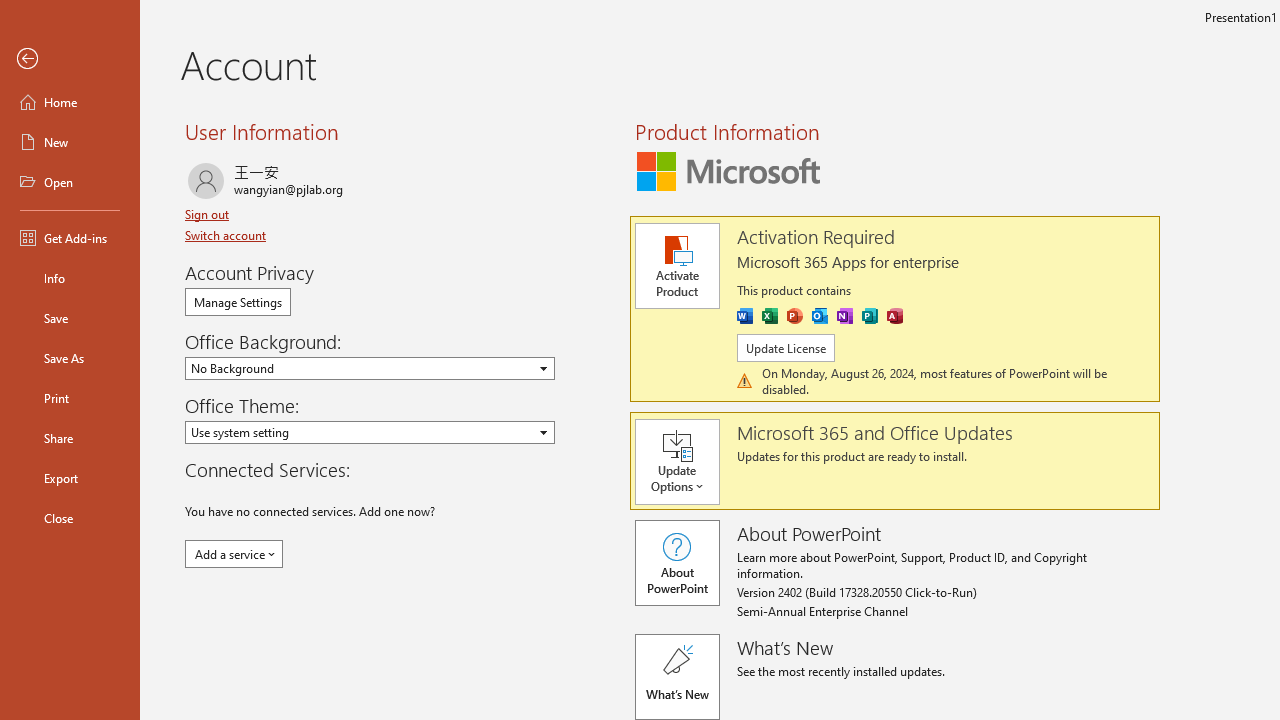 Image resolution: width=1280 pixels, height=720 pixels. What do you see at coordinates (677, 265) in the screenshot?
I see `'Activate Product'` at bounding box center [677, 265].